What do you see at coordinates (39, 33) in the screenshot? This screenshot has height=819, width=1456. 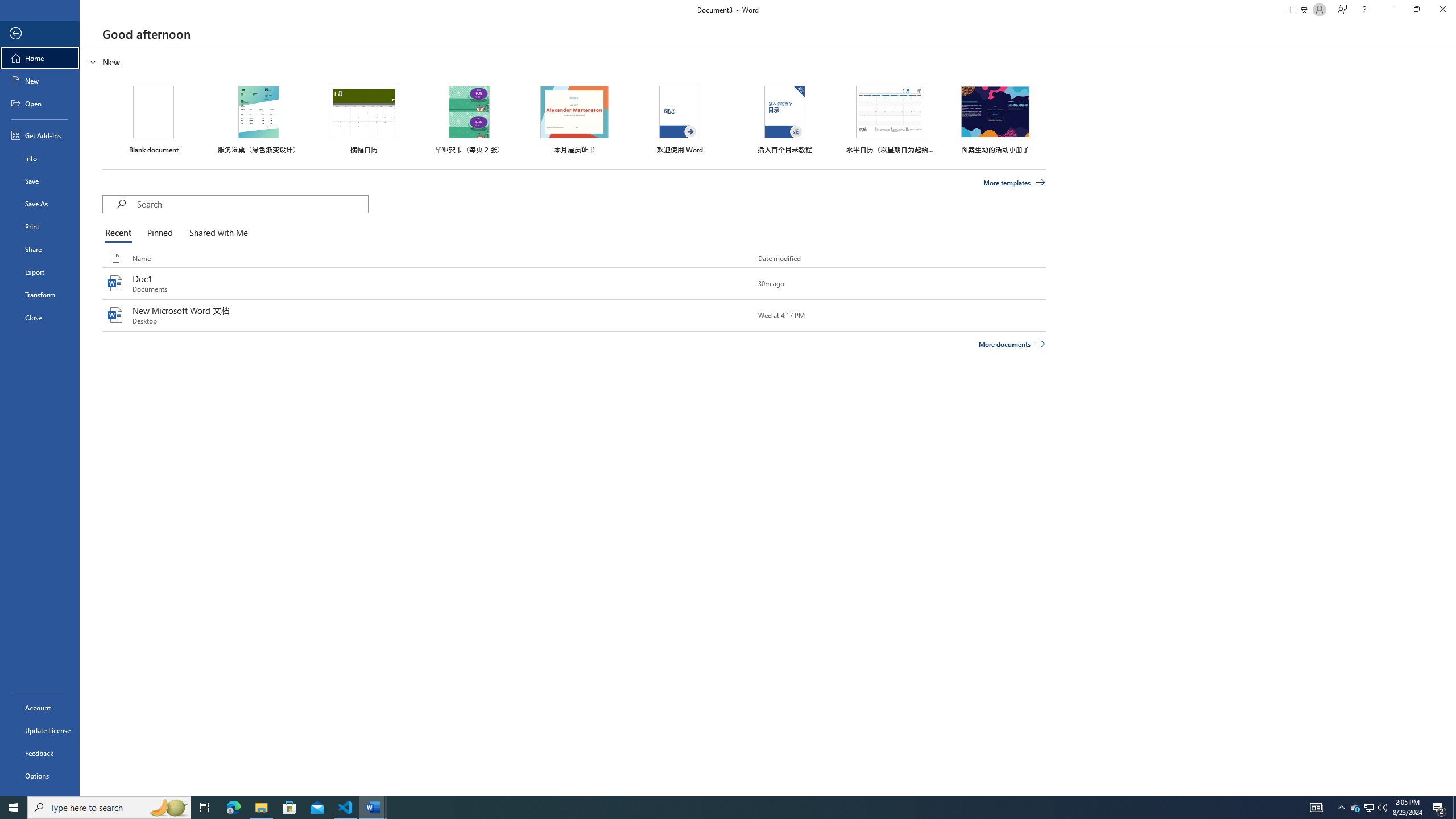 I see `'Back'` at bounding box center [39, 33].